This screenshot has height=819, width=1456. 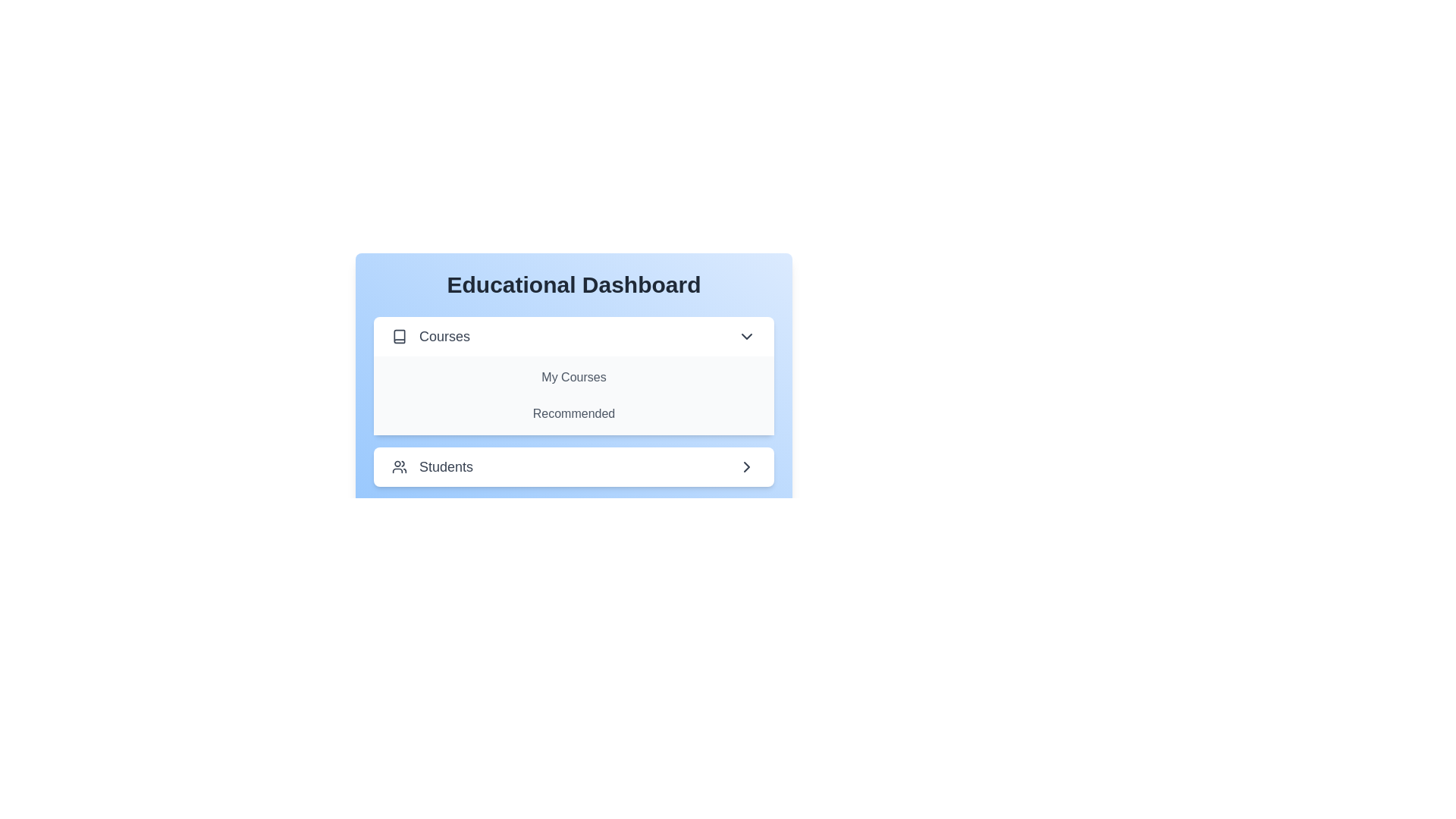 I want to click on the text of the section or item Students, so click(x=573, y=466).